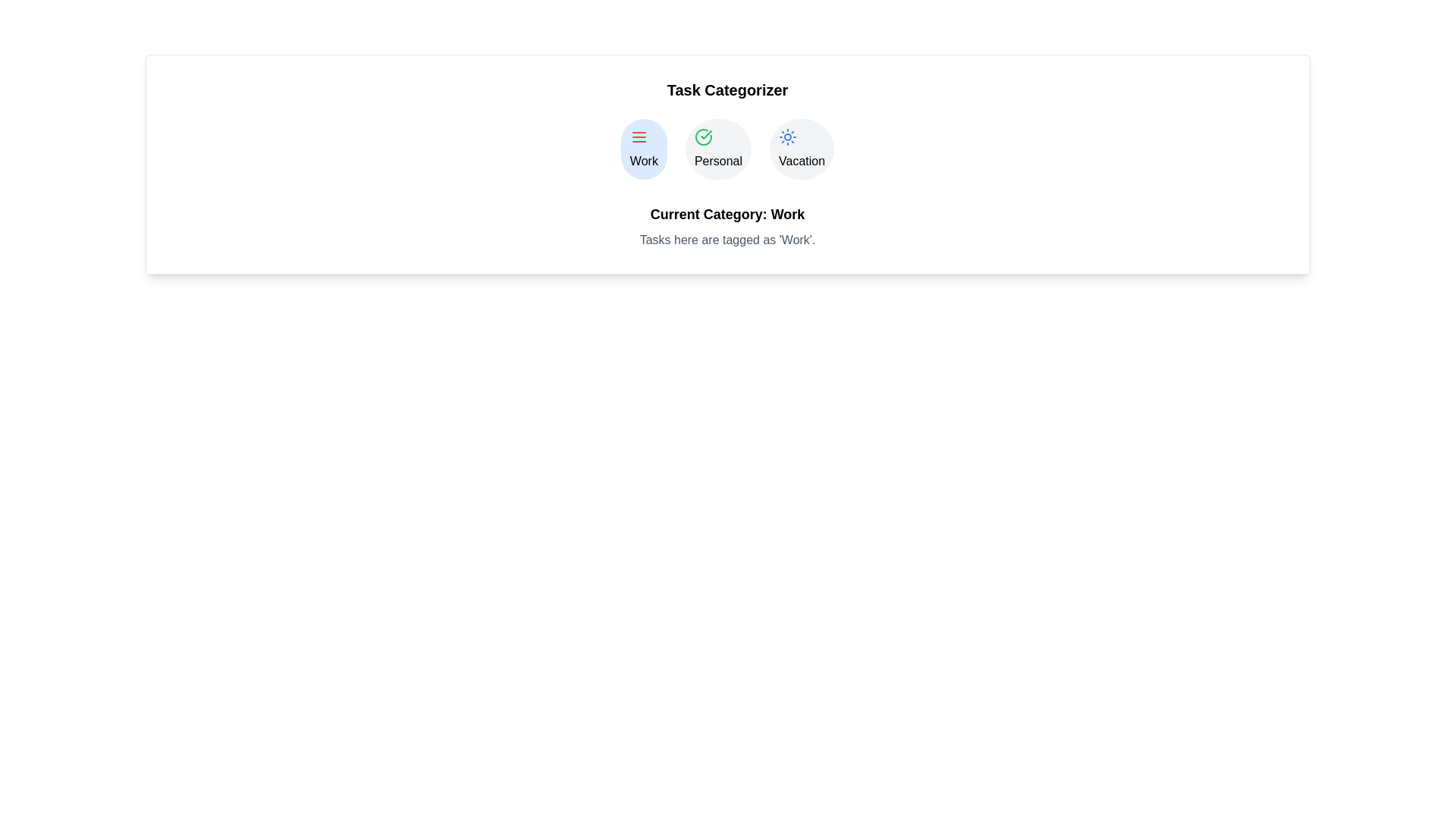 Image resolution: width=1456 pixels, height=819 pixels. Describe the element at coordinates (702, 137) in the screenshot. I see `the green checkmark icon enclosed in a circle, which is the outer circular stroke of the second icon labeled 'Personal' in the category buttons` at that location.